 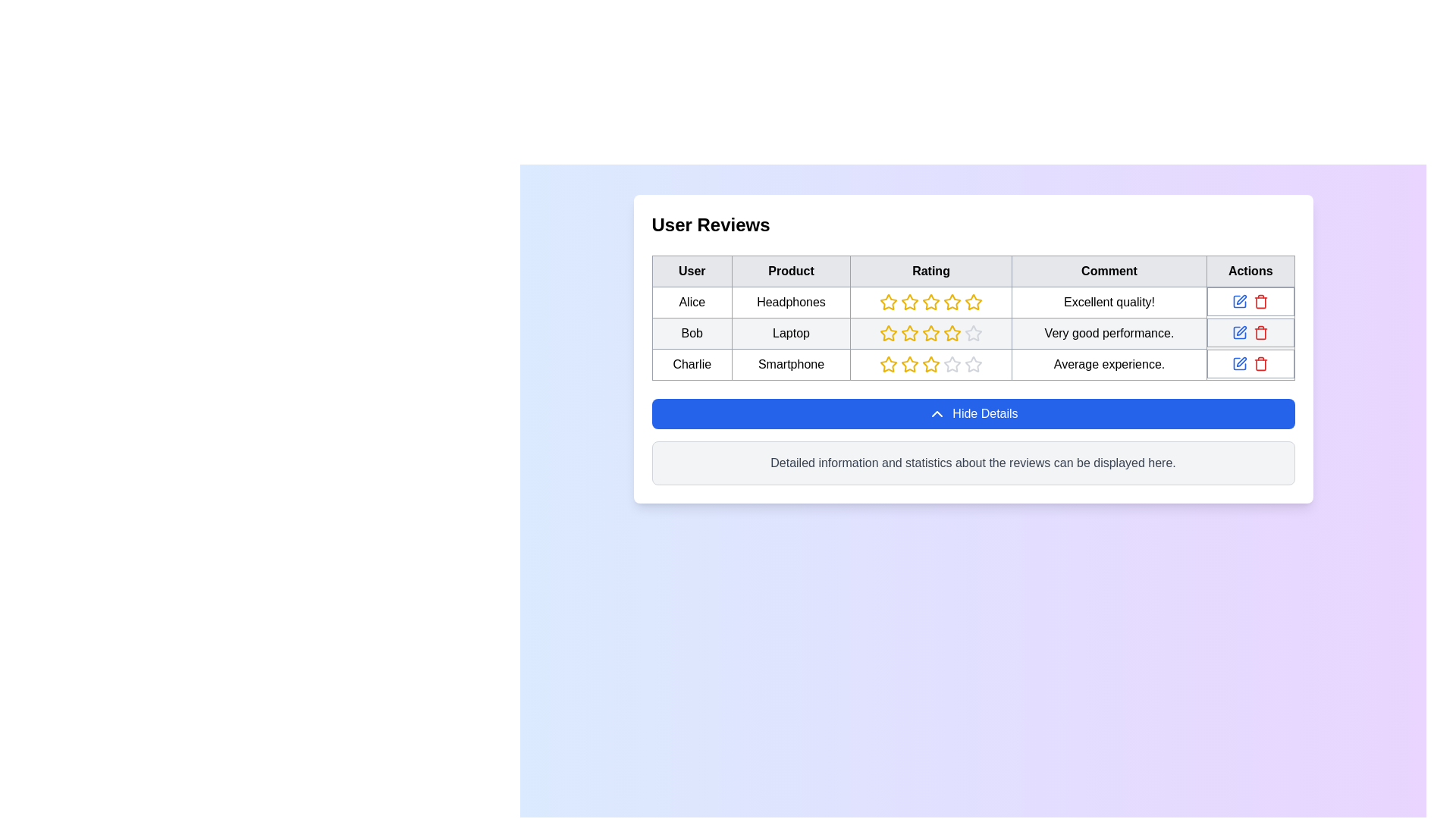 What do you see at coordinates (952, 332) in the screenshot?
I see `the fourth star-shaped rating icon with a yellow outline in the 'Rating' column for Bob's Laptop` at bounding box center [952, 332].